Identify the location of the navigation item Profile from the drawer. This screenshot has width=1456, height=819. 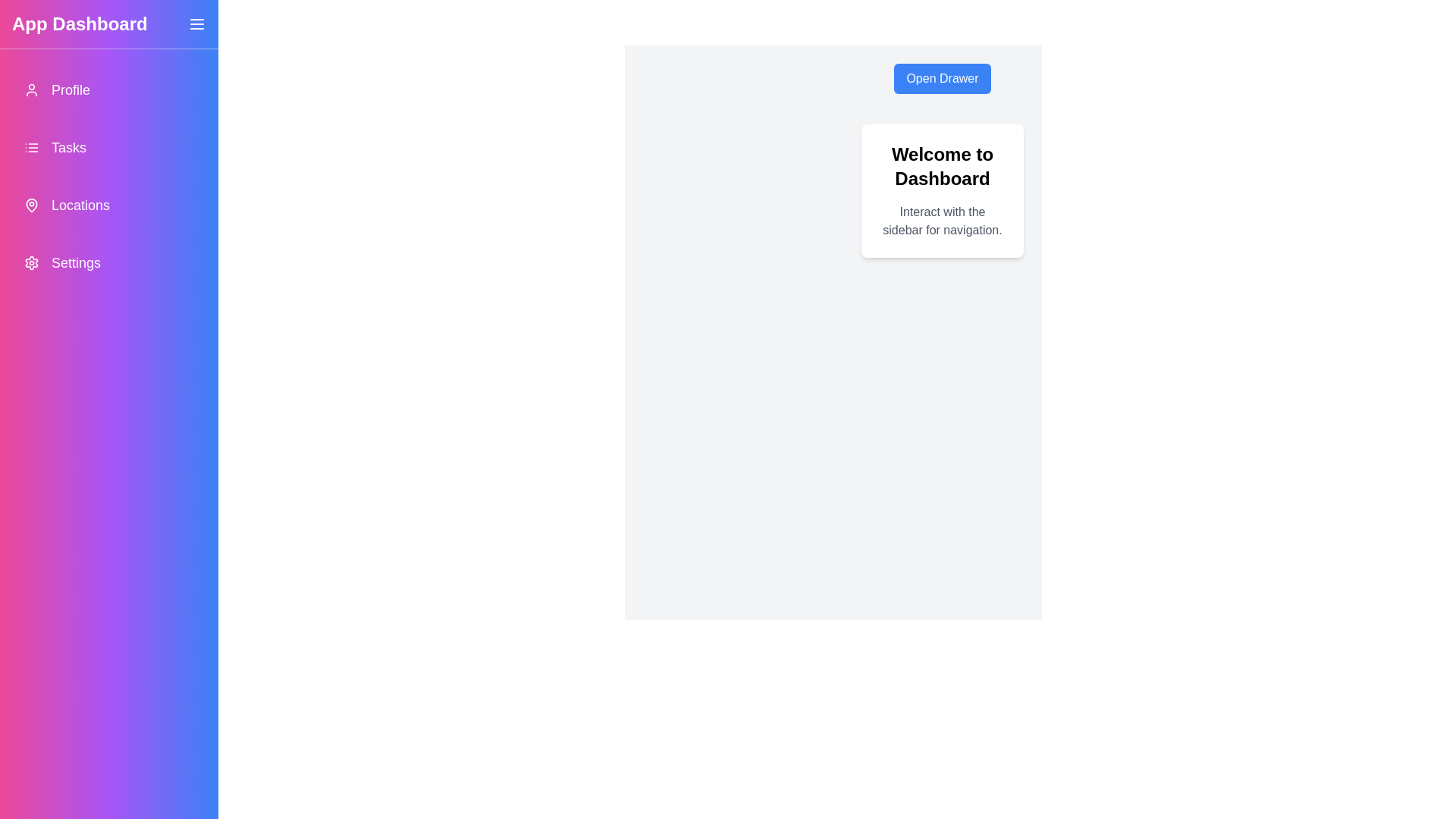
(108, 90).